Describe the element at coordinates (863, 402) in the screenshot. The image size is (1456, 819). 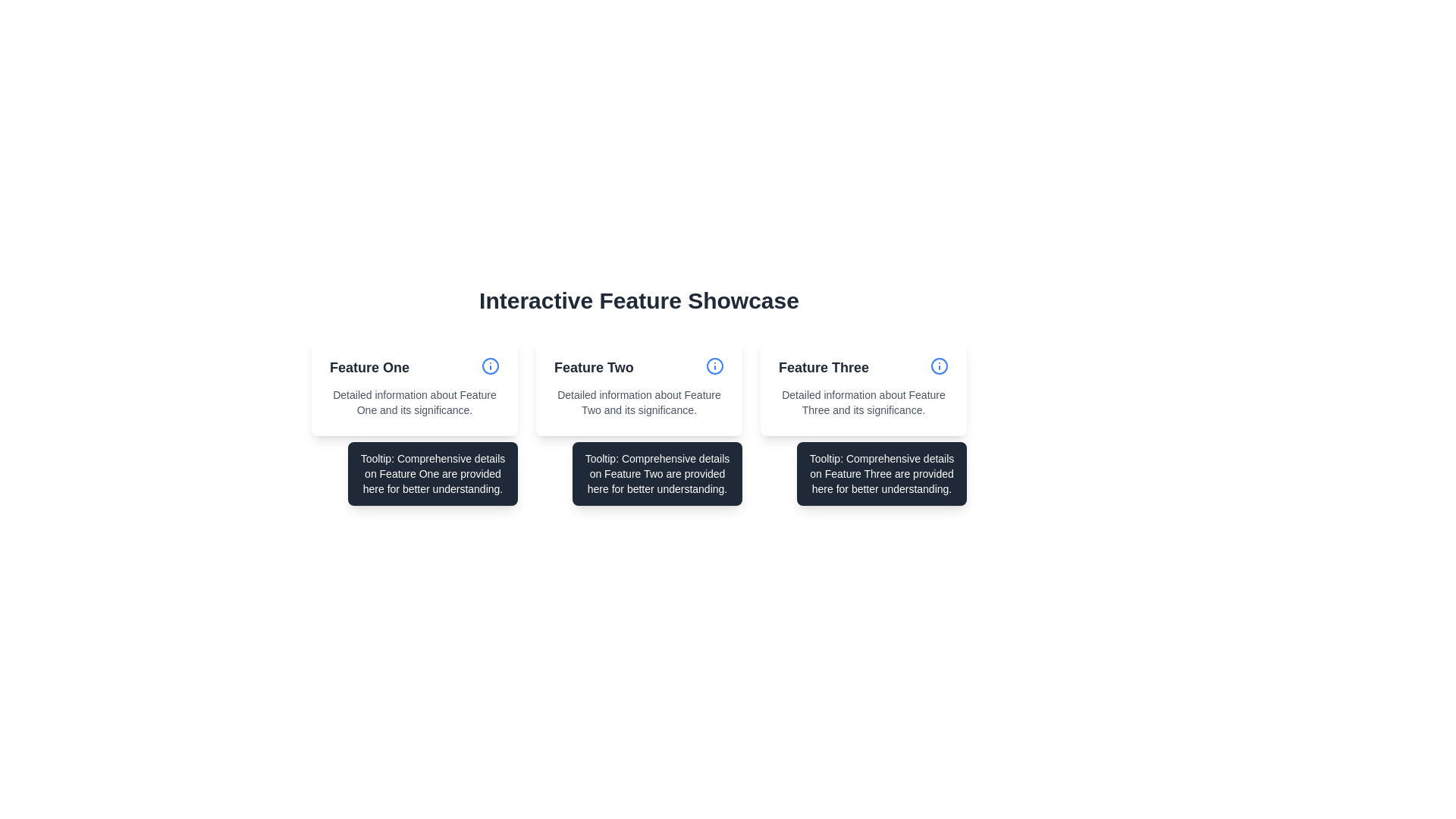
I see `the text snippet that reads 'Detailed information about Feature Three and its significance.' located beneath the title 'Feature Three' in the white rectangular card` at that location.